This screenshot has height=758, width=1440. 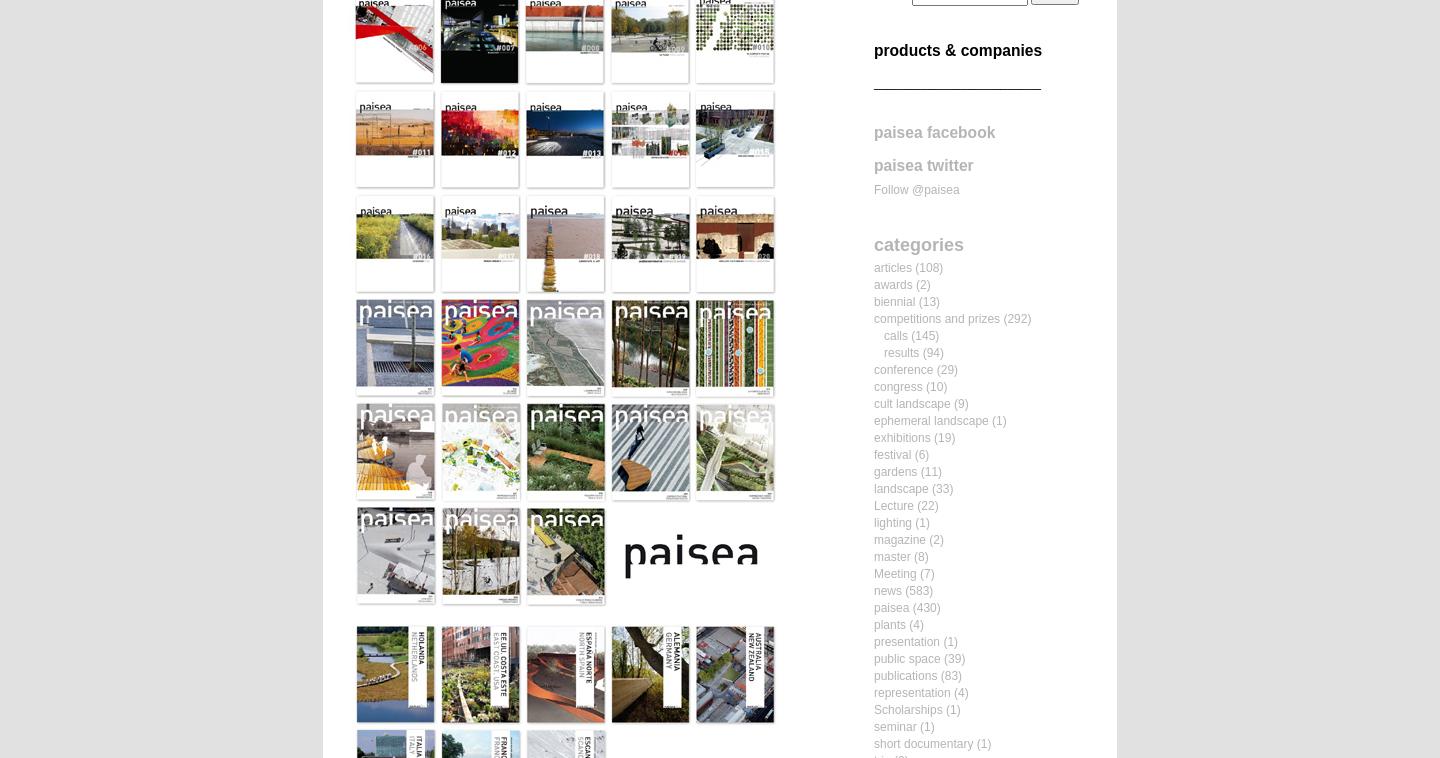 What do you see at coordinates (923, 743) in the screenshot?
I see `'short documentary'` at bounding box center [923, 743].